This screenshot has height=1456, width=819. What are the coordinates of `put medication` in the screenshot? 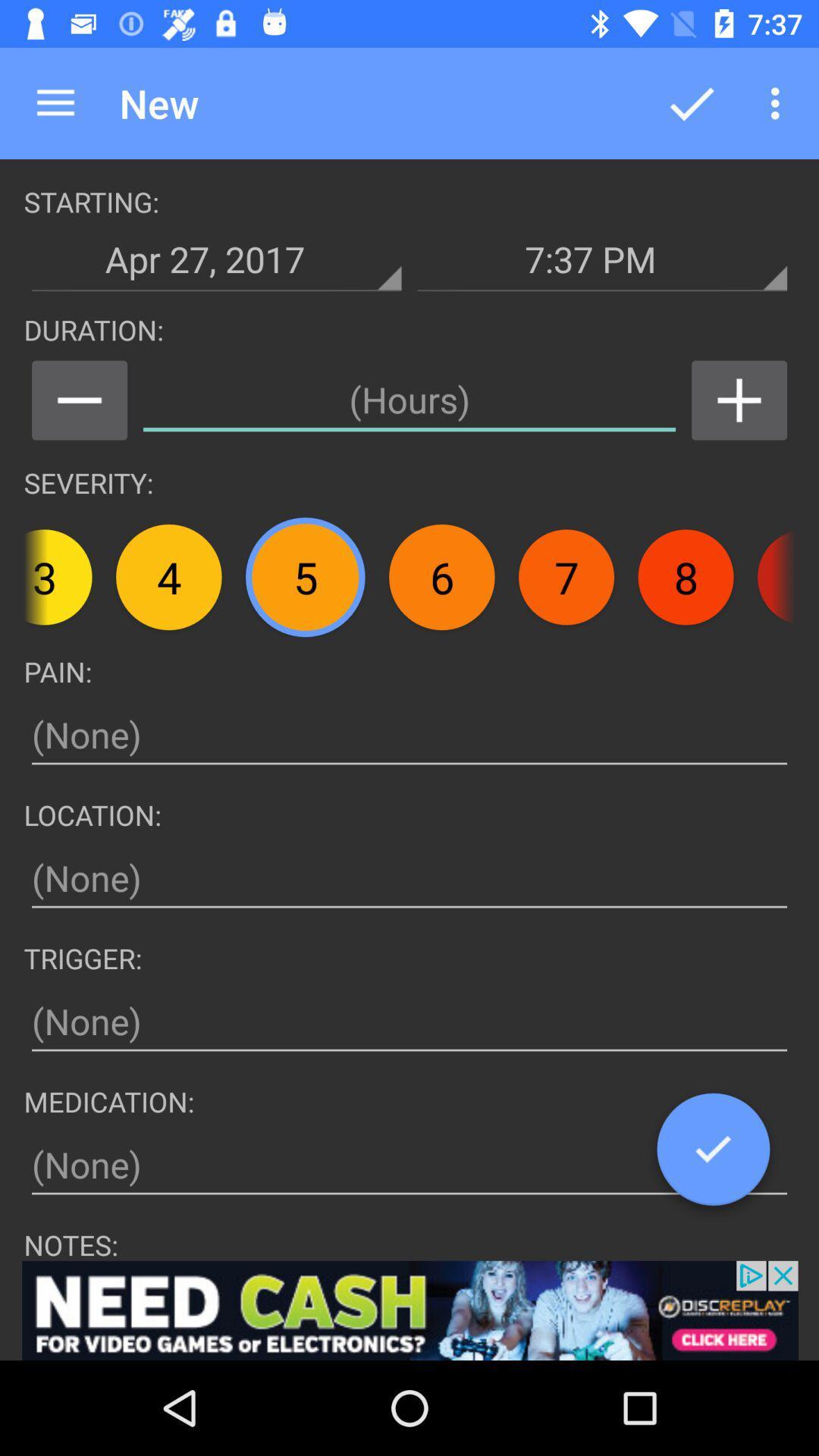 It's located at (409, 1164).